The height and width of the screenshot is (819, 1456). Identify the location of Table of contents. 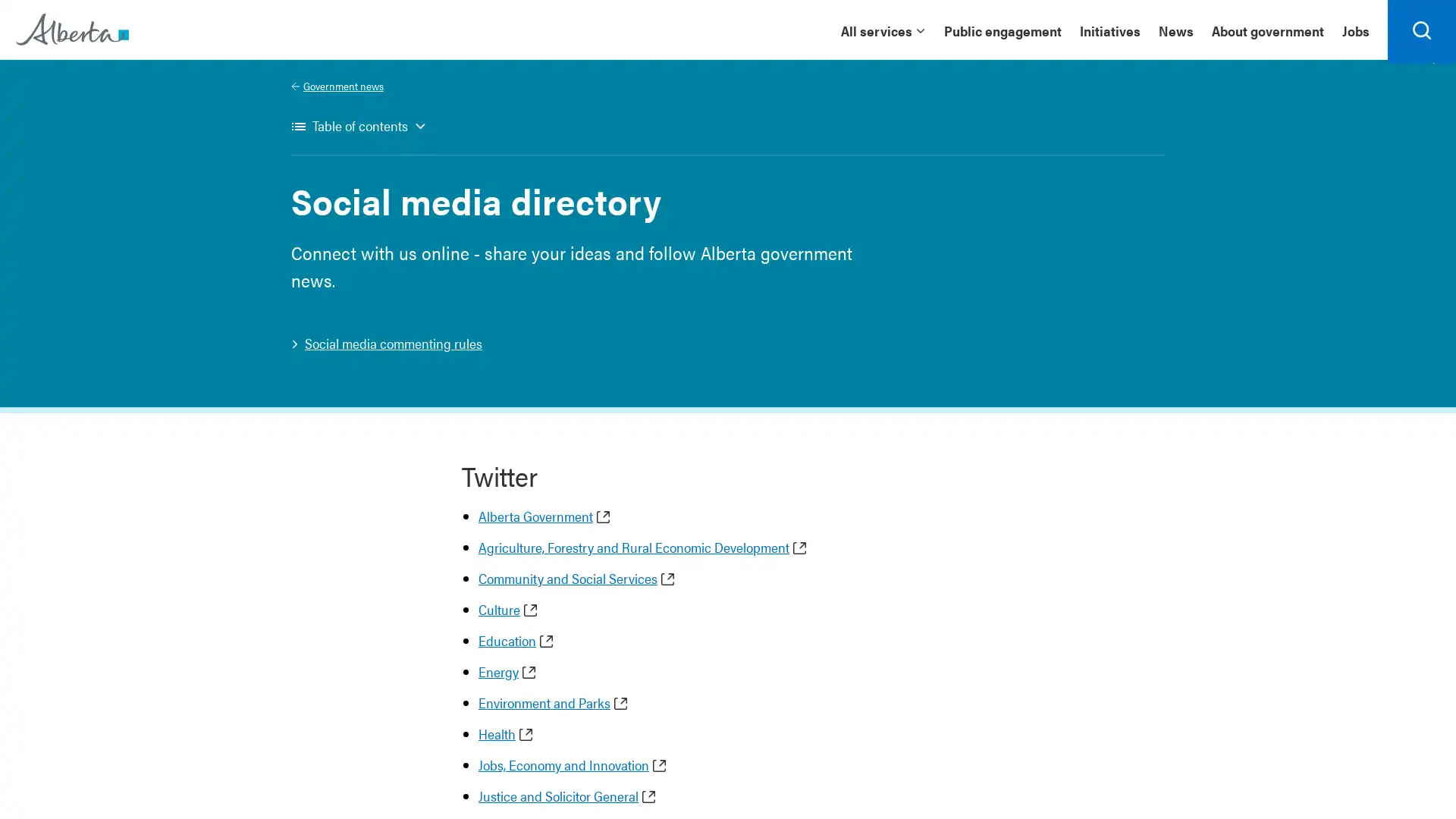
(358, 133).